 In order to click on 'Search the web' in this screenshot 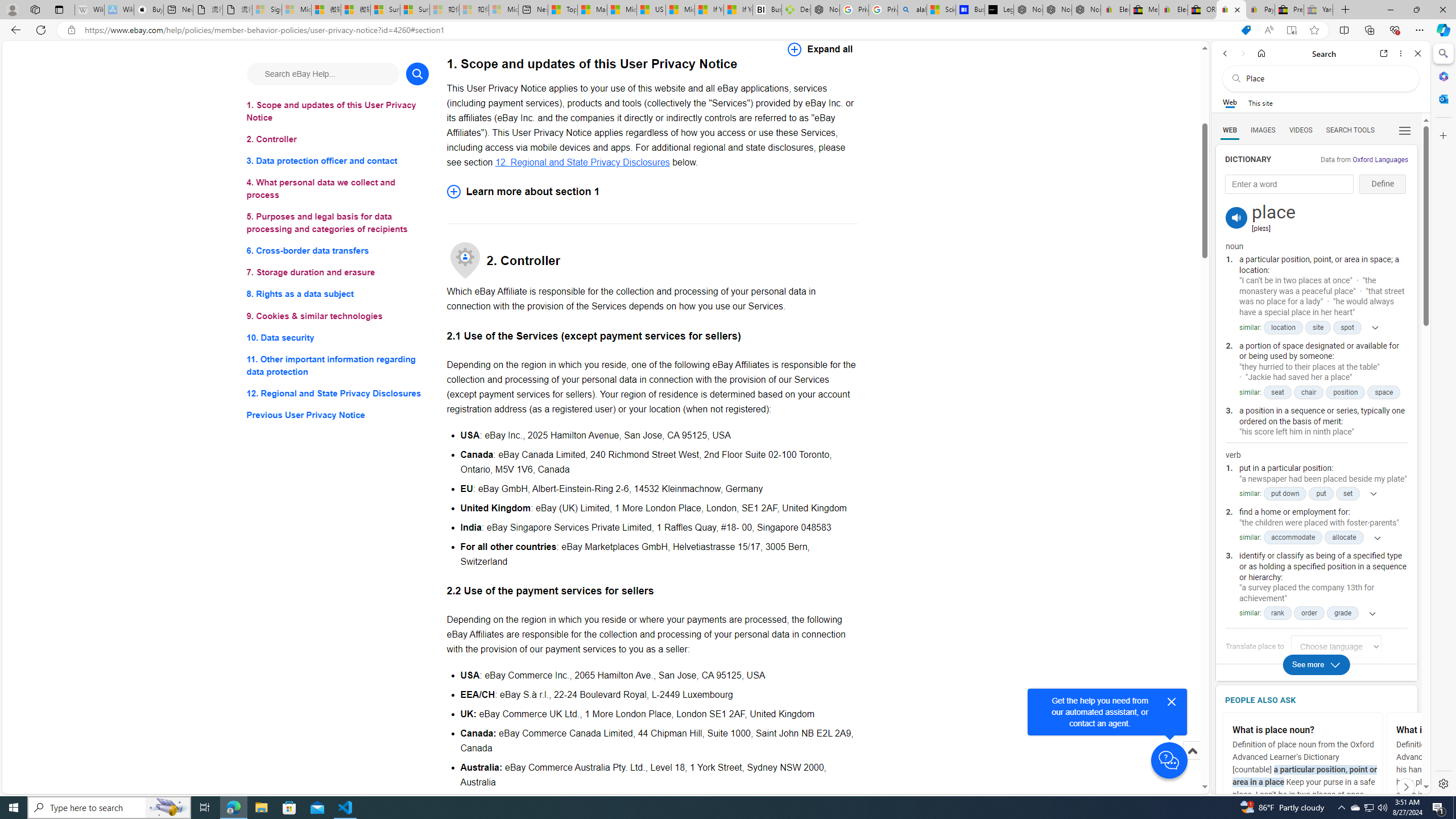, I will do `click(1326, 78)`.